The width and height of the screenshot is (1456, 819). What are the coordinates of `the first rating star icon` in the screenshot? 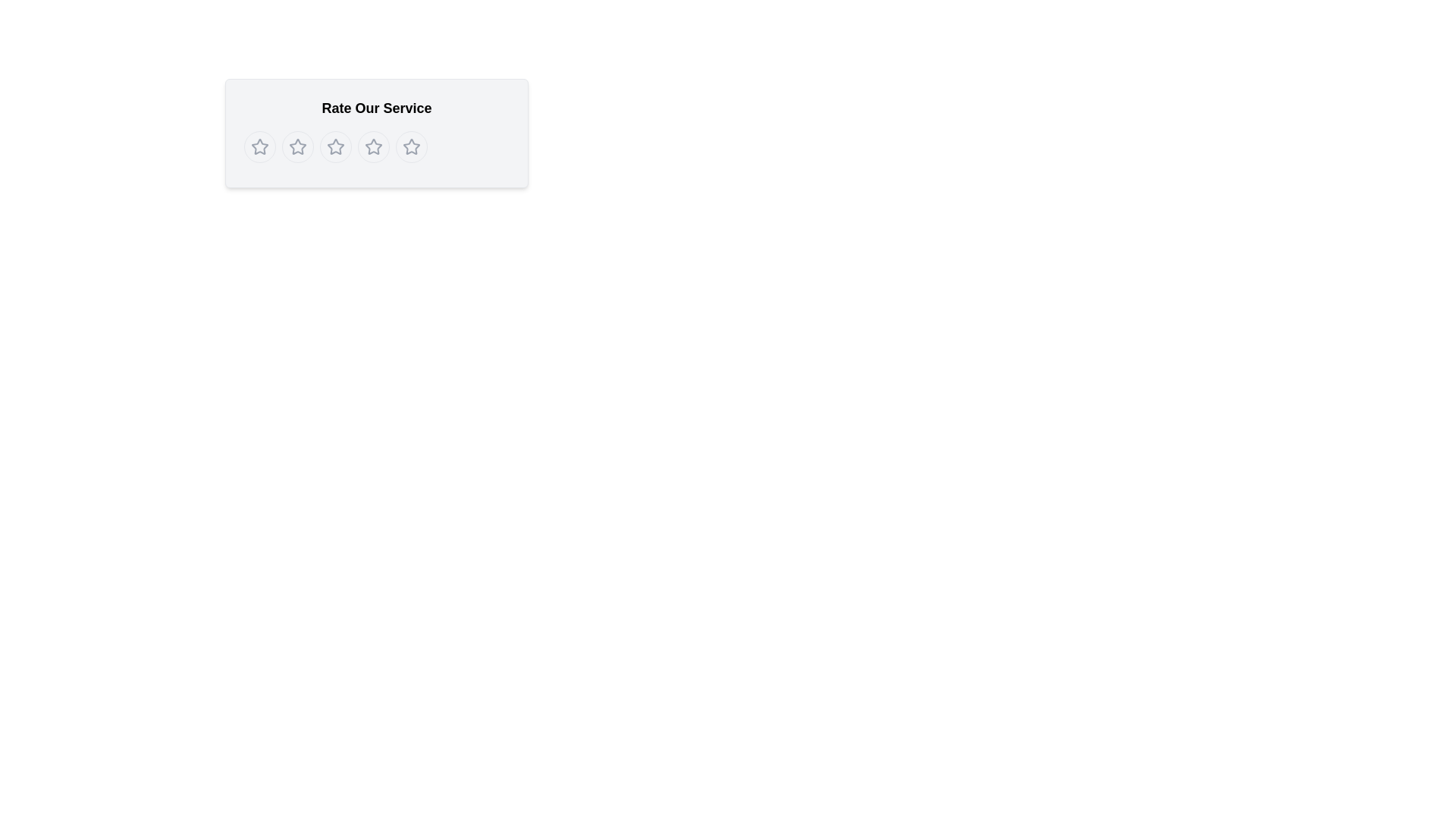 It's located at (259, 146).